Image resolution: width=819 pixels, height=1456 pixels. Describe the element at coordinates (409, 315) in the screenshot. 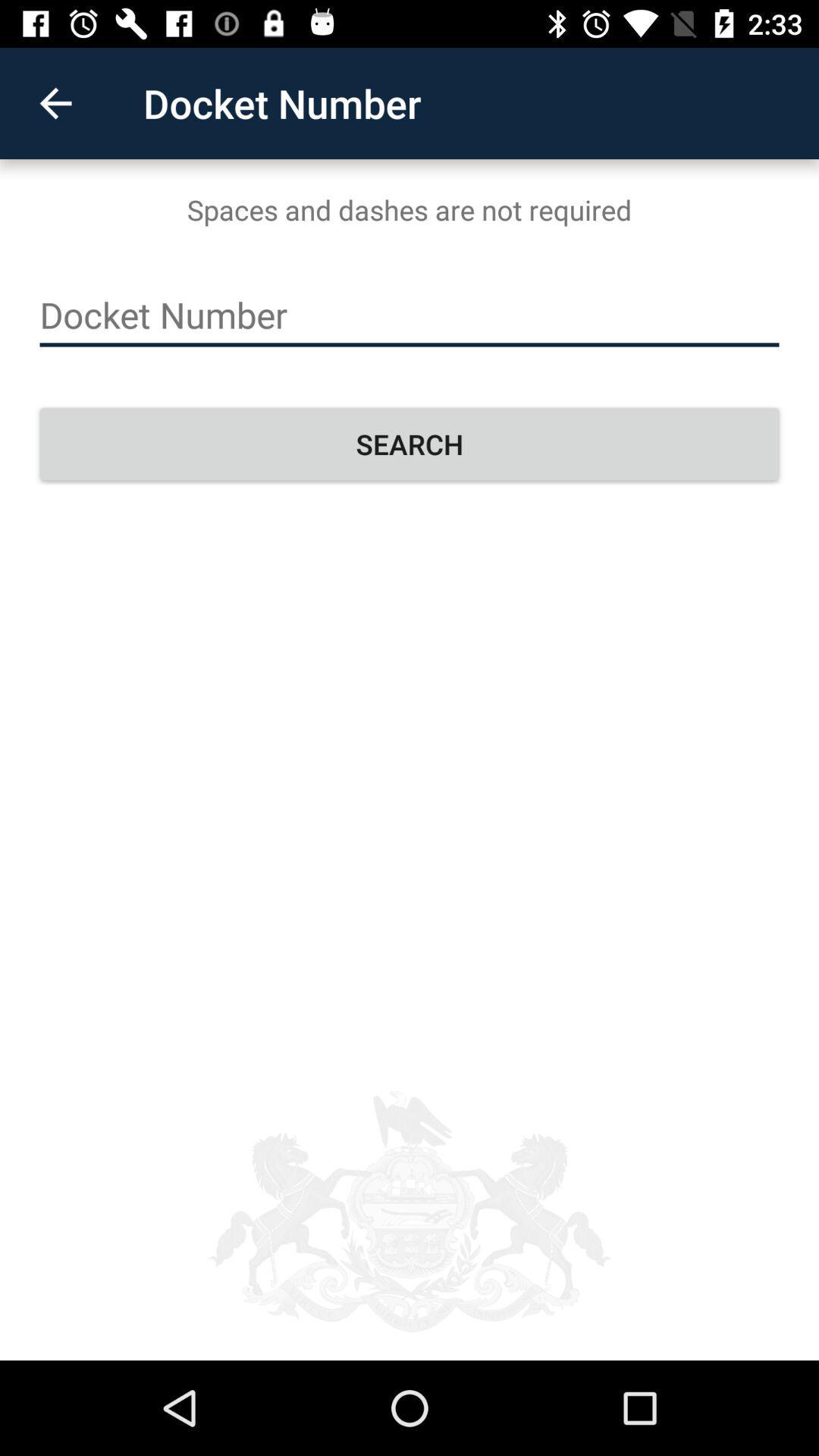

I see `docket number` at that location.